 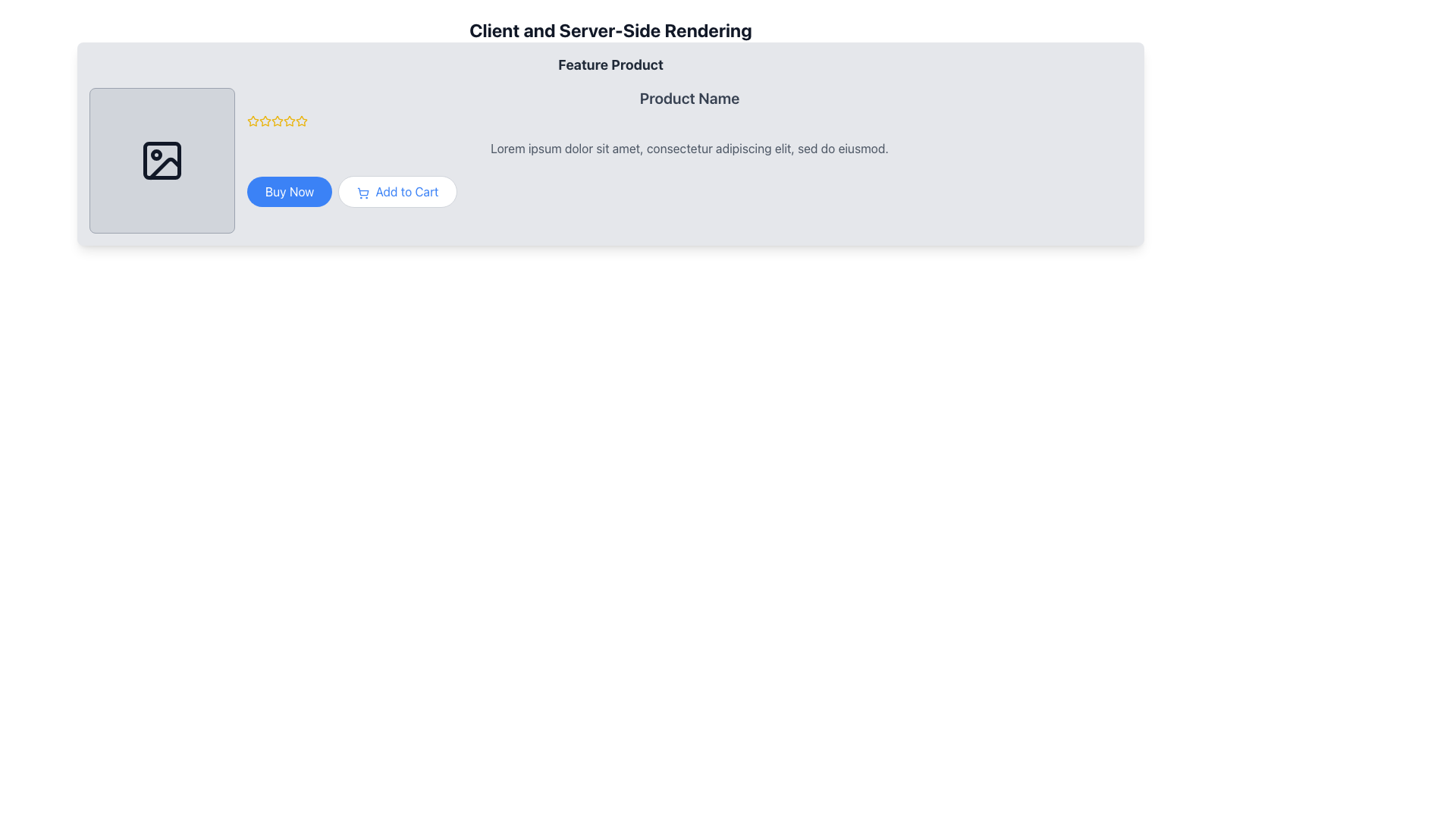 What do you see at coordinates (397, 191) in the screenshot?
I see `the button located to the right of the 'Buy Now' button, which allows users to add the associated product to their shopping cart` at bounding box center [397, 191].